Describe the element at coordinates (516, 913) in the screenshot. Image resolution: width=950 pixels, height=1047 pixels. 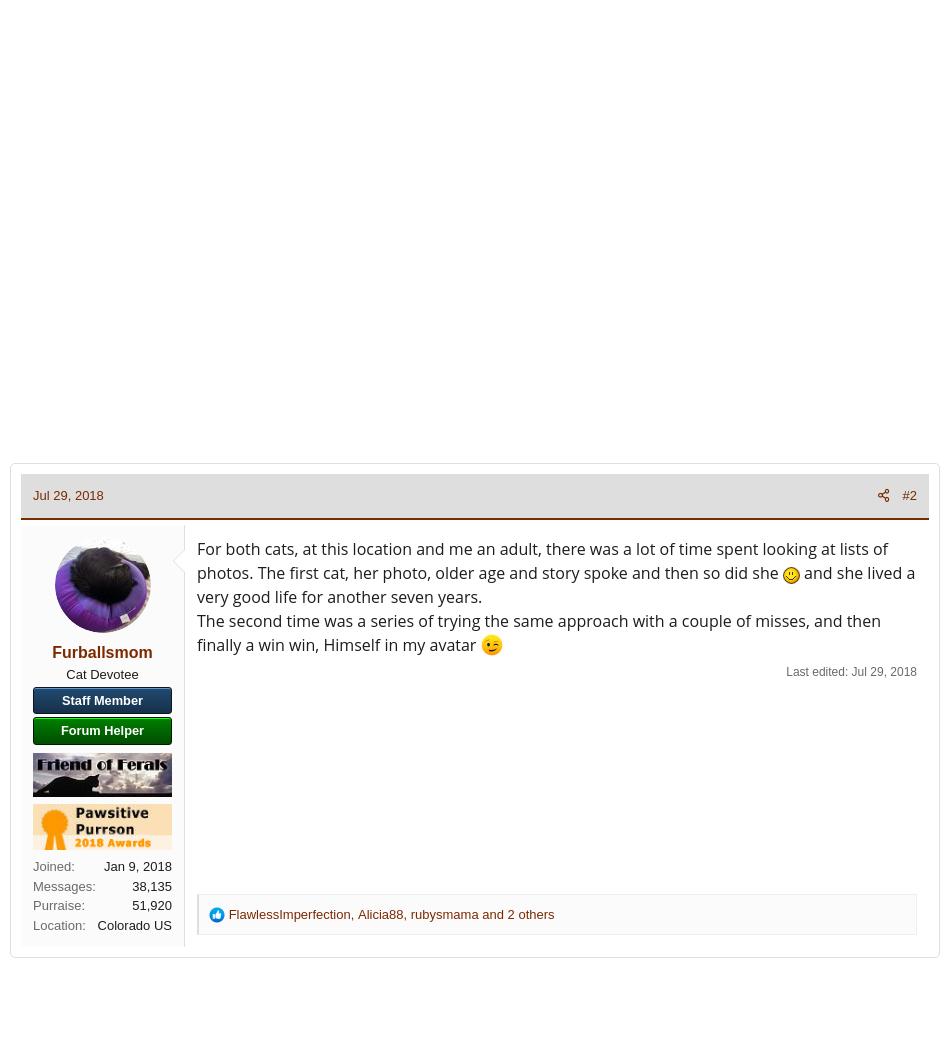
I see `'and 2 others'` at that location.